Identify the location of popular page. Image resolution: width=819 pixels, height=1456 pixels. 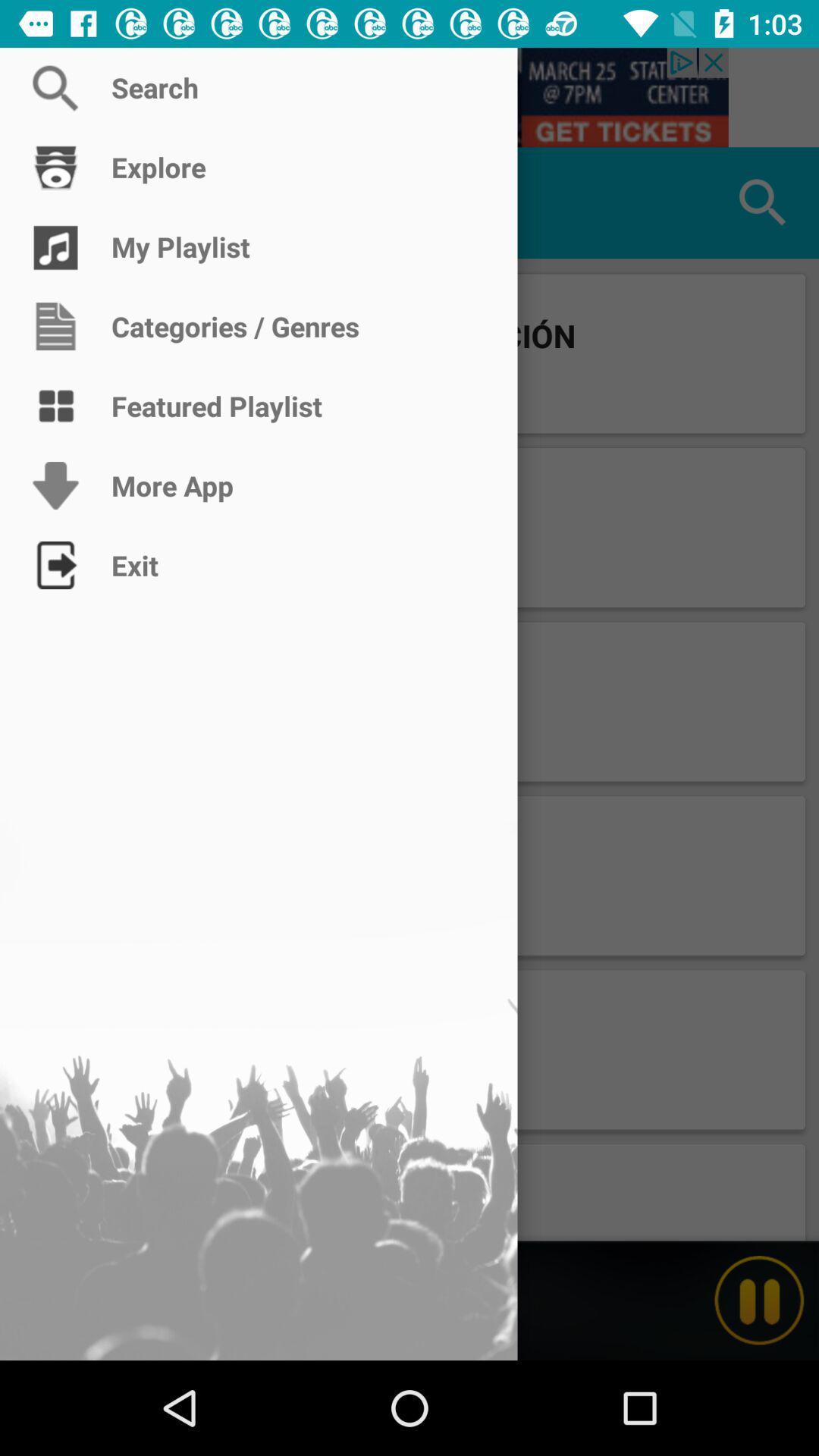
(55, 202).